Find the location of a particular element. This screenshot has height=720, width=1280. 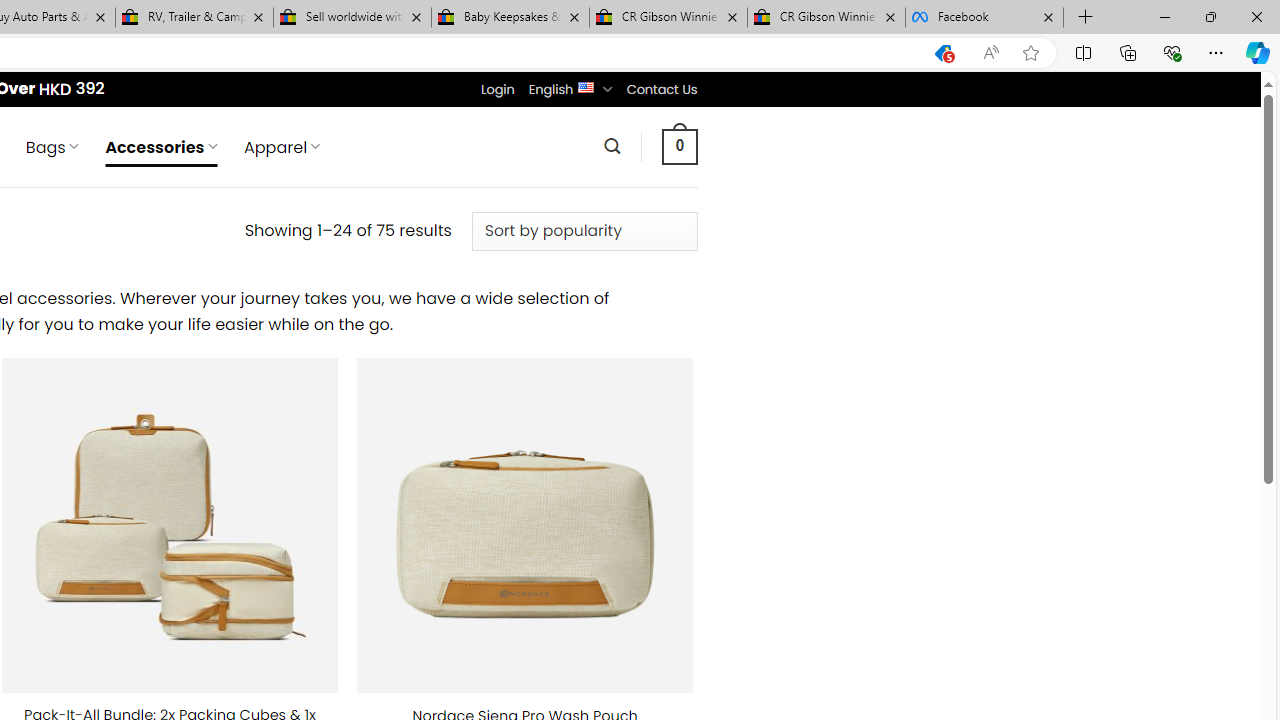

'Contact Us' is located at coordinates (661, 88).